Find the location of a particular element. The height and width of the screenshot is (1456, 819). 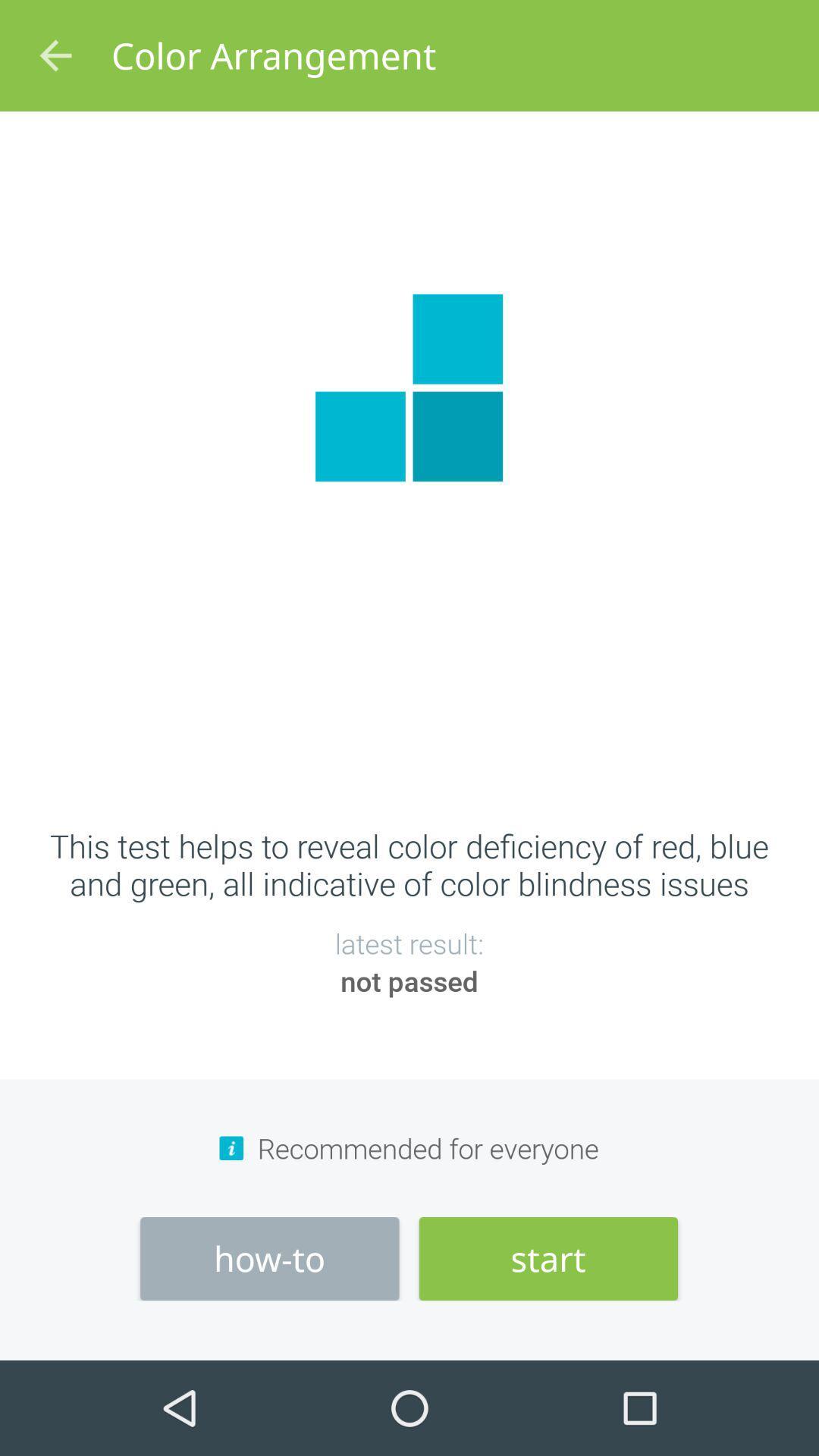

icon to the left of the color arrangement icon is located at coordinates (55, 55).